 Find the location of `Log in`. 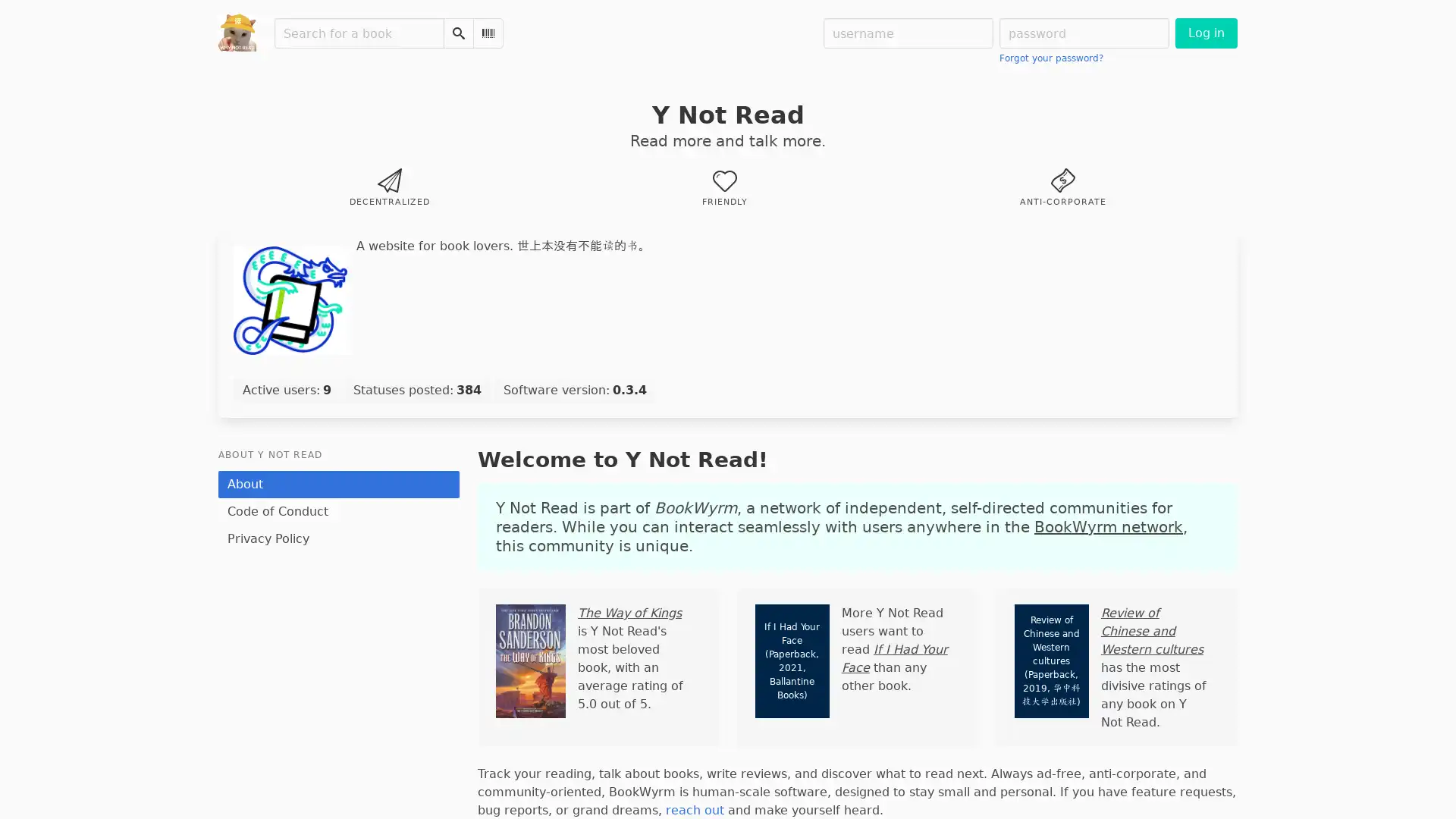

Log in is located at coordinates (1205, 33).